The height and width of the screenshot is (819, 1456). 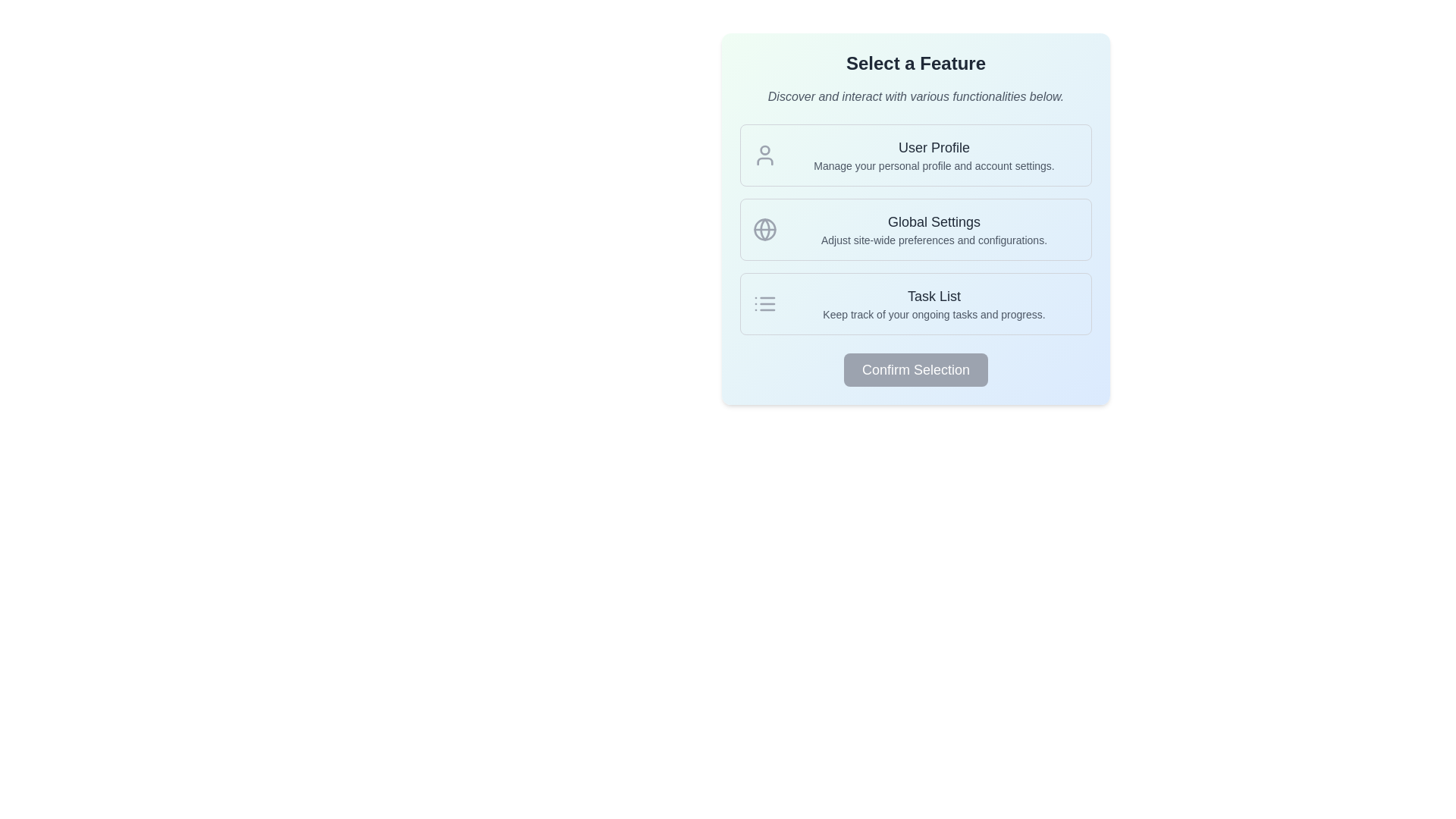 What do you see at coordinates (934, 166) in the screenshot?
I see `the text label that provides context for the 'User Profile' section, located underneath the 'User Profile' title` at bounding box center [934, 166].